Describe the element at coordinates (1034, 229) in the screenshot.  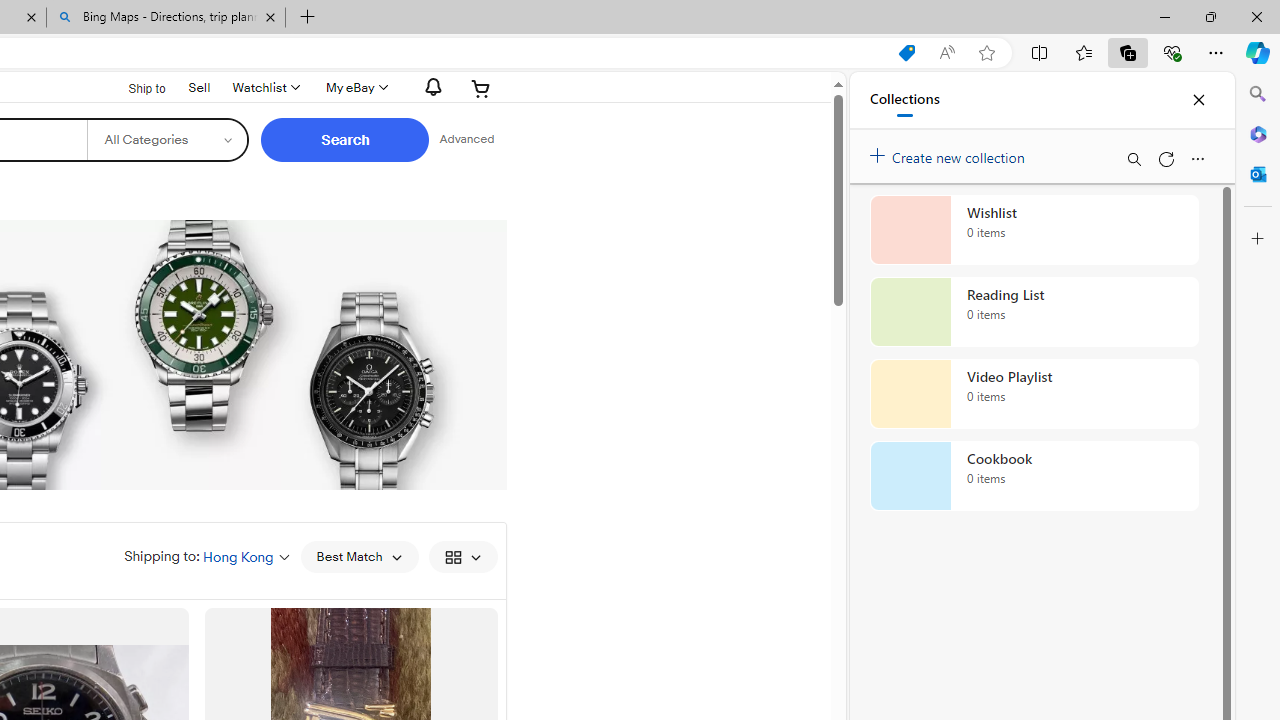
I see `'Wishlist collection, 0 items'` at that location.